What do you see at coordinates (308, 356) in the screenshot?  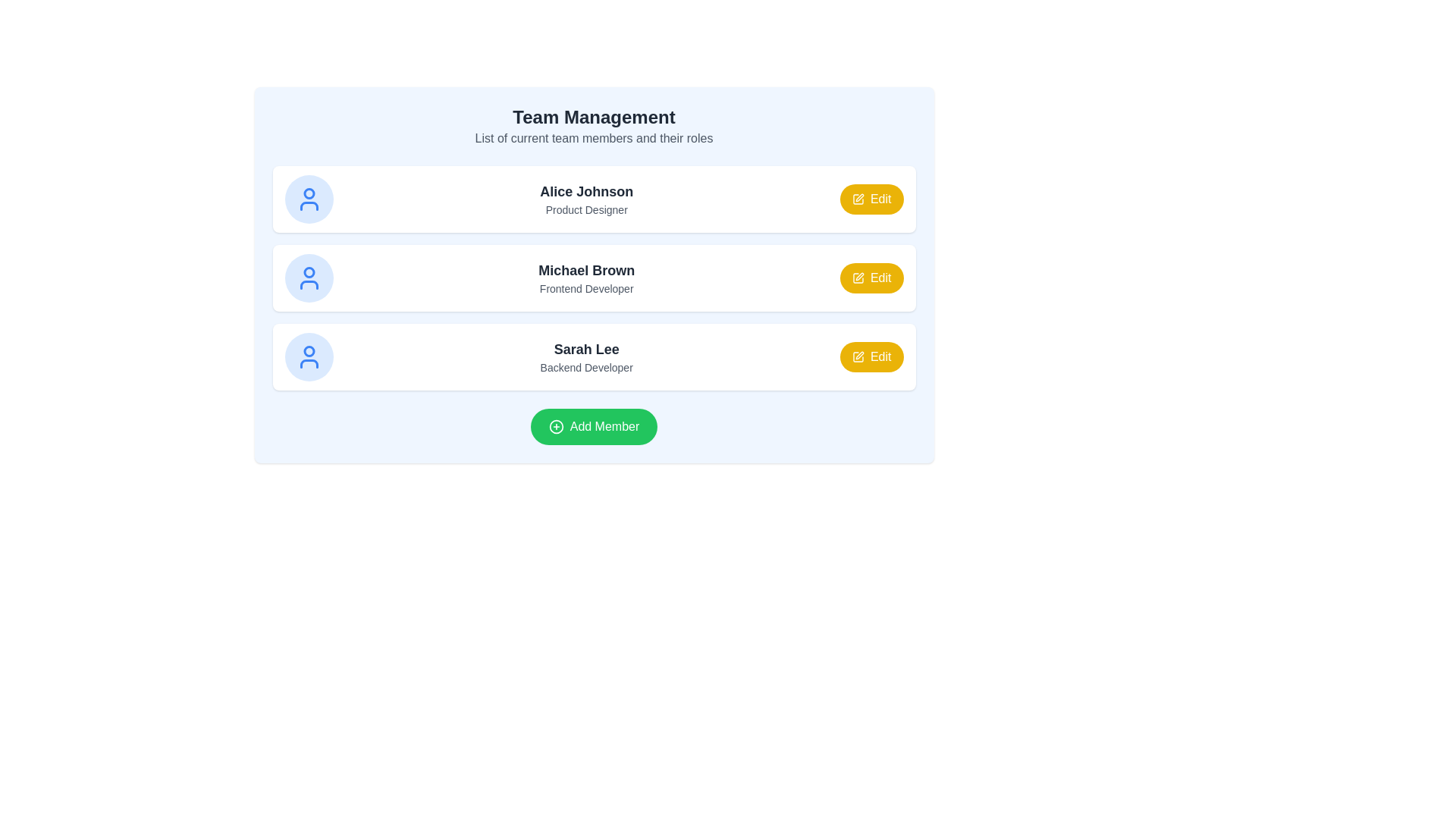 I see `the avatar icon representing user 'Sarah Lee' located in the third row of the team management panel, next to the information 'Sarah Lee, Backend Developer.'` at bounding box center [308, 356].